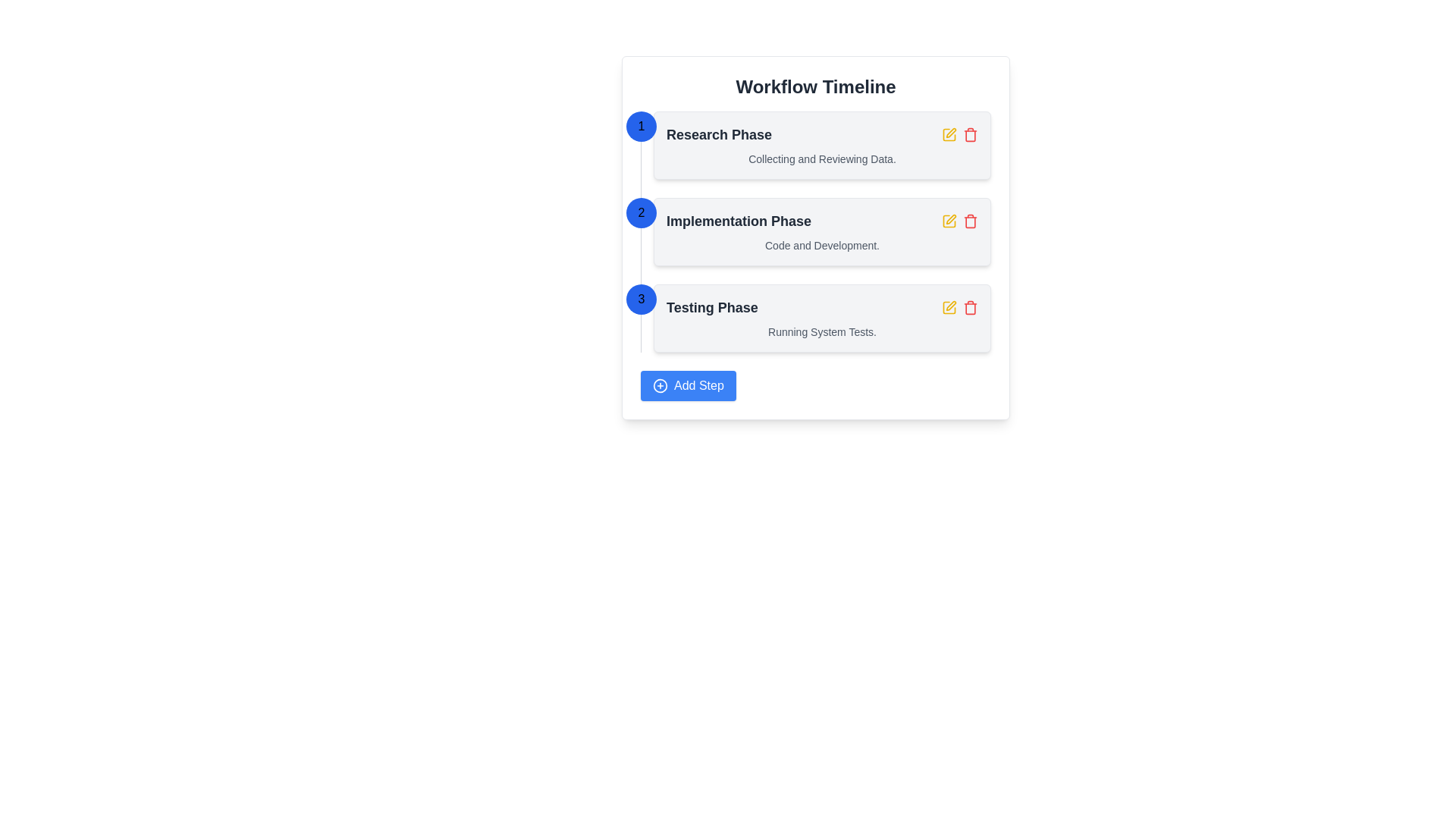  Describe the element at coordinates (641, 213) in the screenshot. I see `the step indicator badge marked with the number '2' in the workflow timeline, which is located to the immediate left of the 'Implementation Phase' section header` at that location.